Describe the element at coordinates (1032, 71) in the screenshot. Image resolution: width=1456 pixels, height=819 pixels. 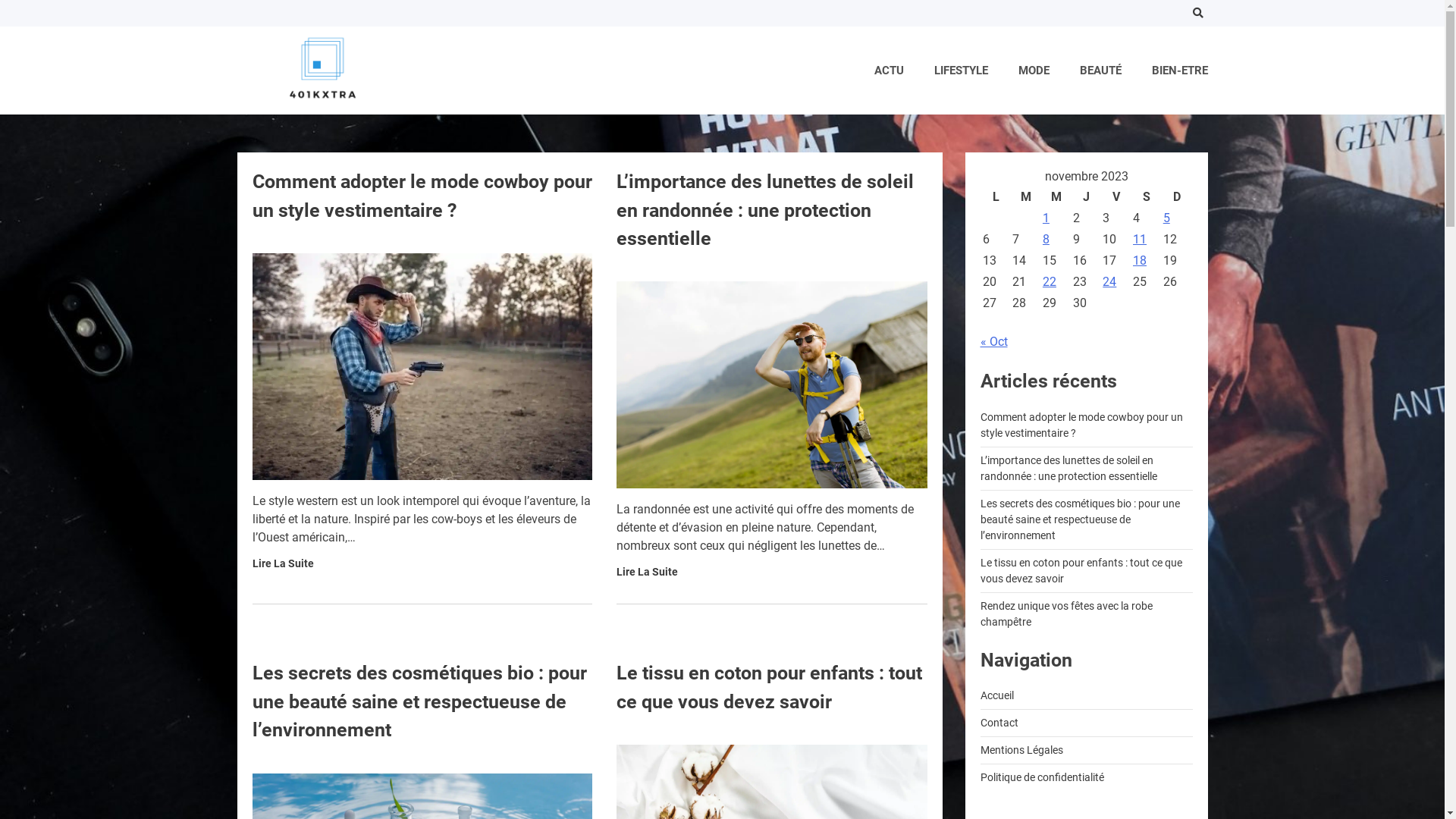
I see `'MODE'` at that location.